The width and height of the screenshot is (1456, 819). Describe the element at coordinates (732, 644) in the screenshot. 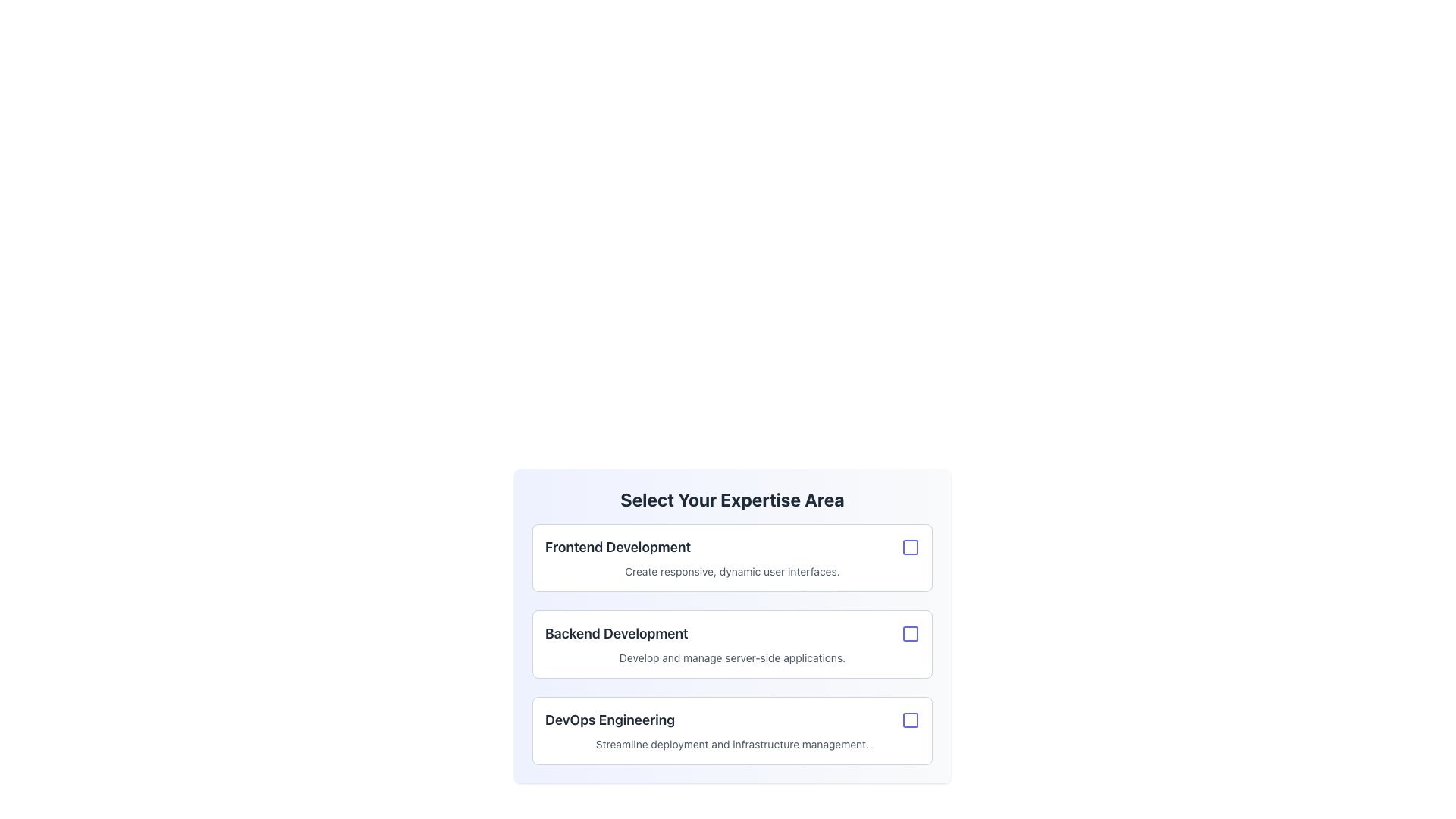

I see `the checkbox next to the 'Backend Development' option` at that location.